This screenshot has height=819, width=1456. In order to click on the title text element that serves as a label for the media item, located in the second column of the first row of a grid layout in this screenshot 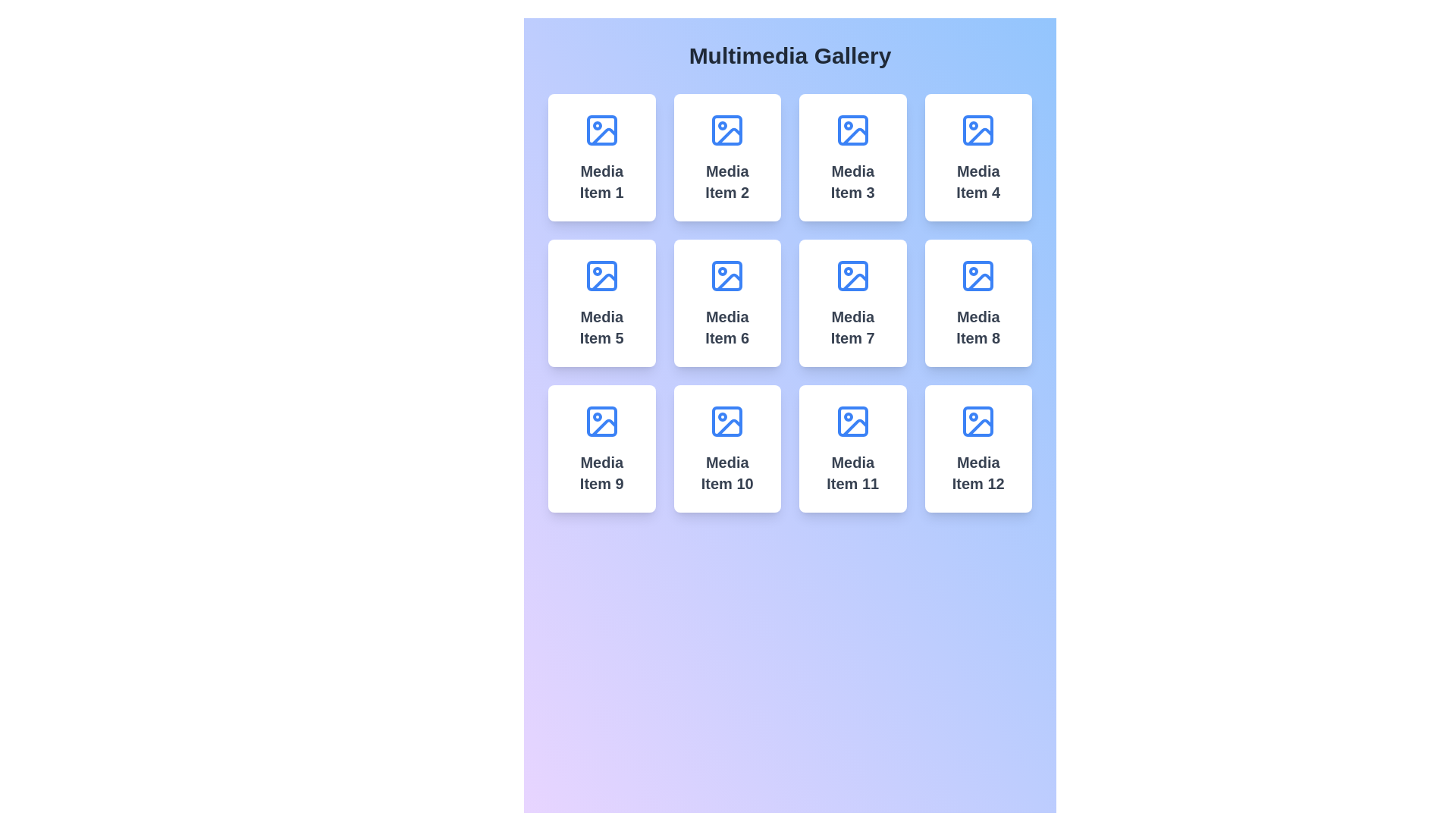, I will do `click(726, 180)`.